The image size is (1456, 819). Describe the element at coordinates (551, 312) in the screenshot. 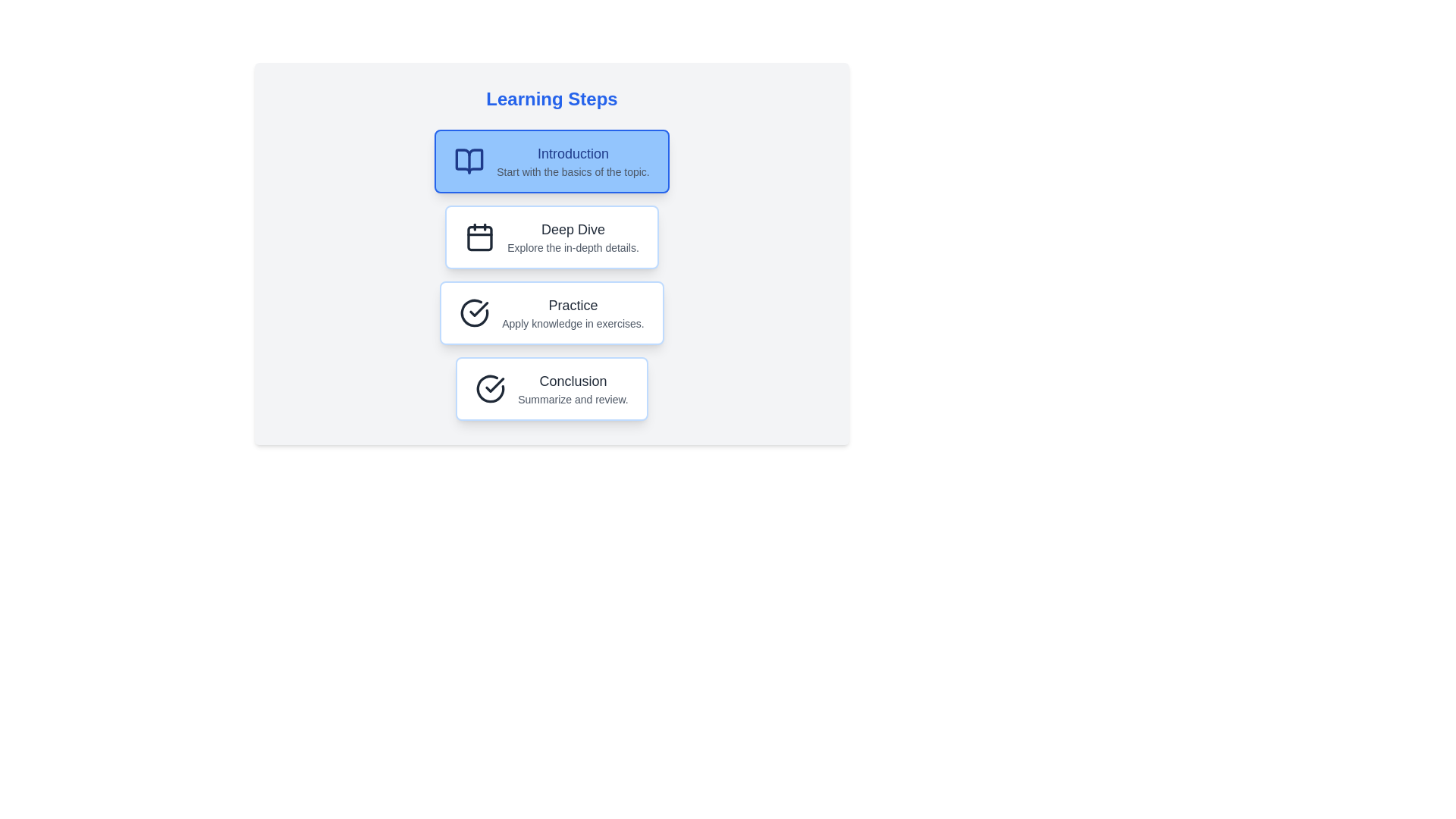

I see `the 'Practice' card, which is the third card in a vertical stack of four cards` at that location.